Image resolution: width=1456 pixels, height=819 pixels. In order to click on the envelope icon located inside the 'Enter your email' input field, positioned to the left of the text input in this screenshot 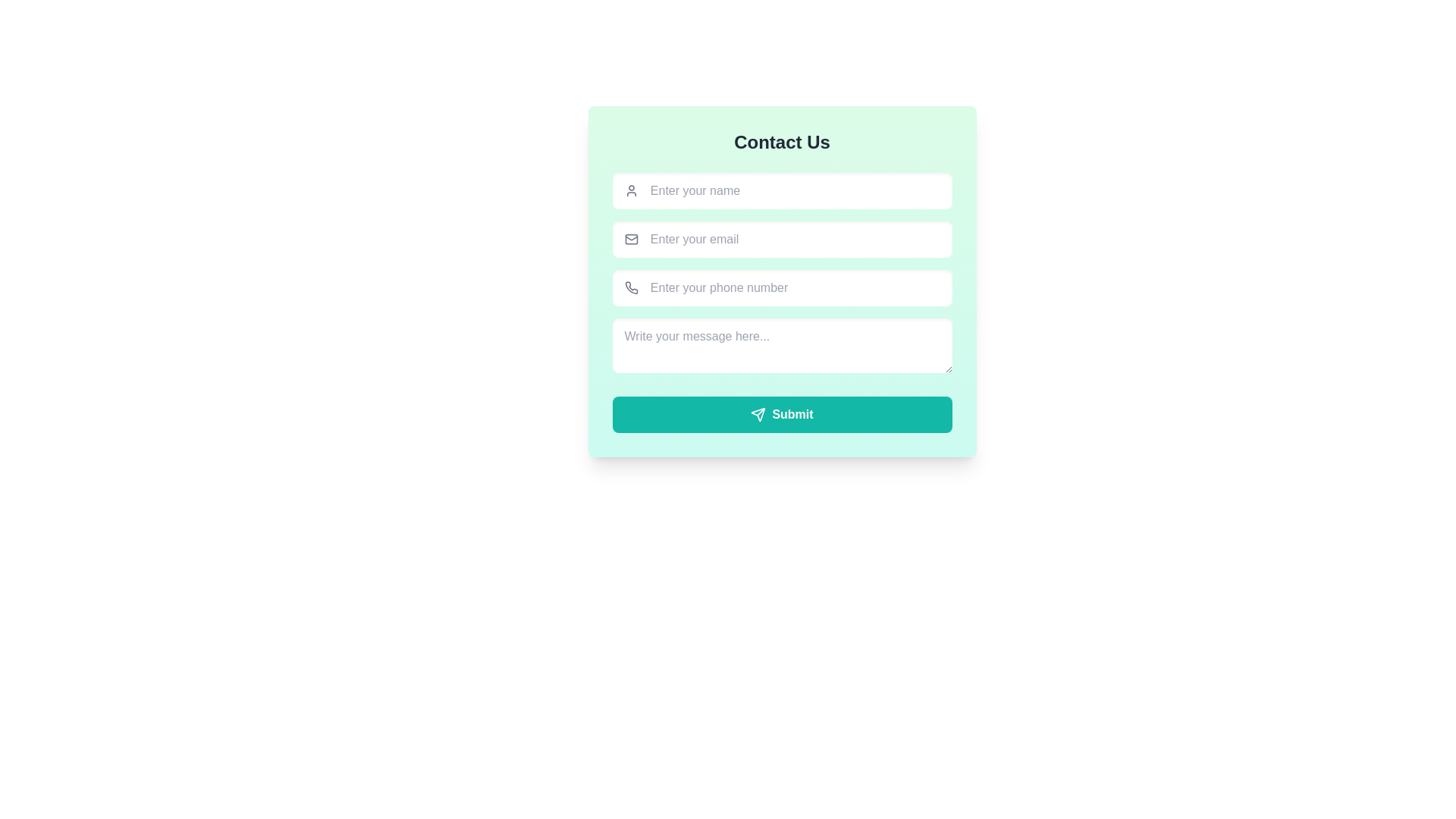, I will do `click(631, 239)`.